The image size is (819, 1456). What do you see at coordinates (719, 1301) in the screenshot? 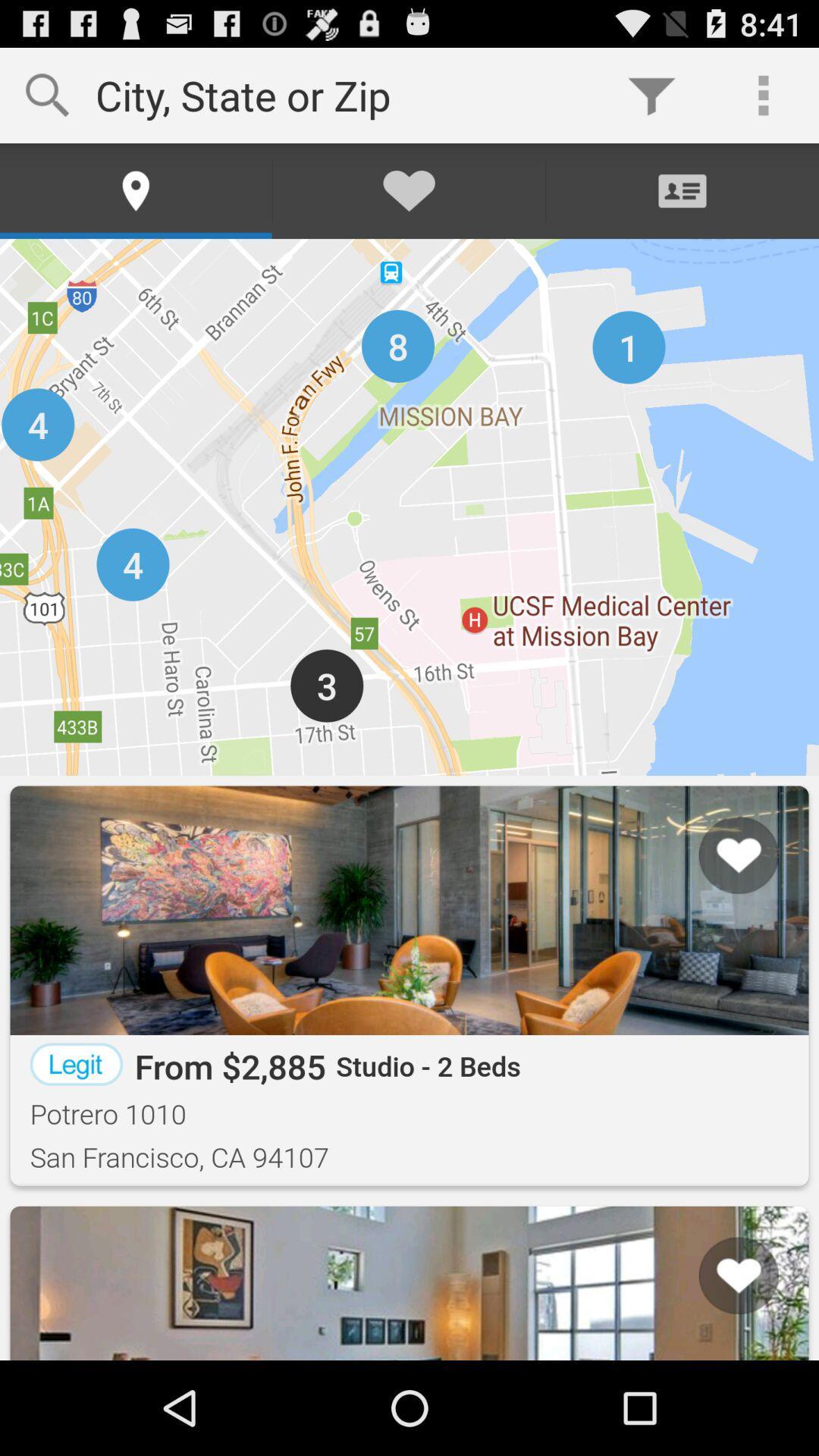
I see `list icon` at bounding box center [719, 1301].